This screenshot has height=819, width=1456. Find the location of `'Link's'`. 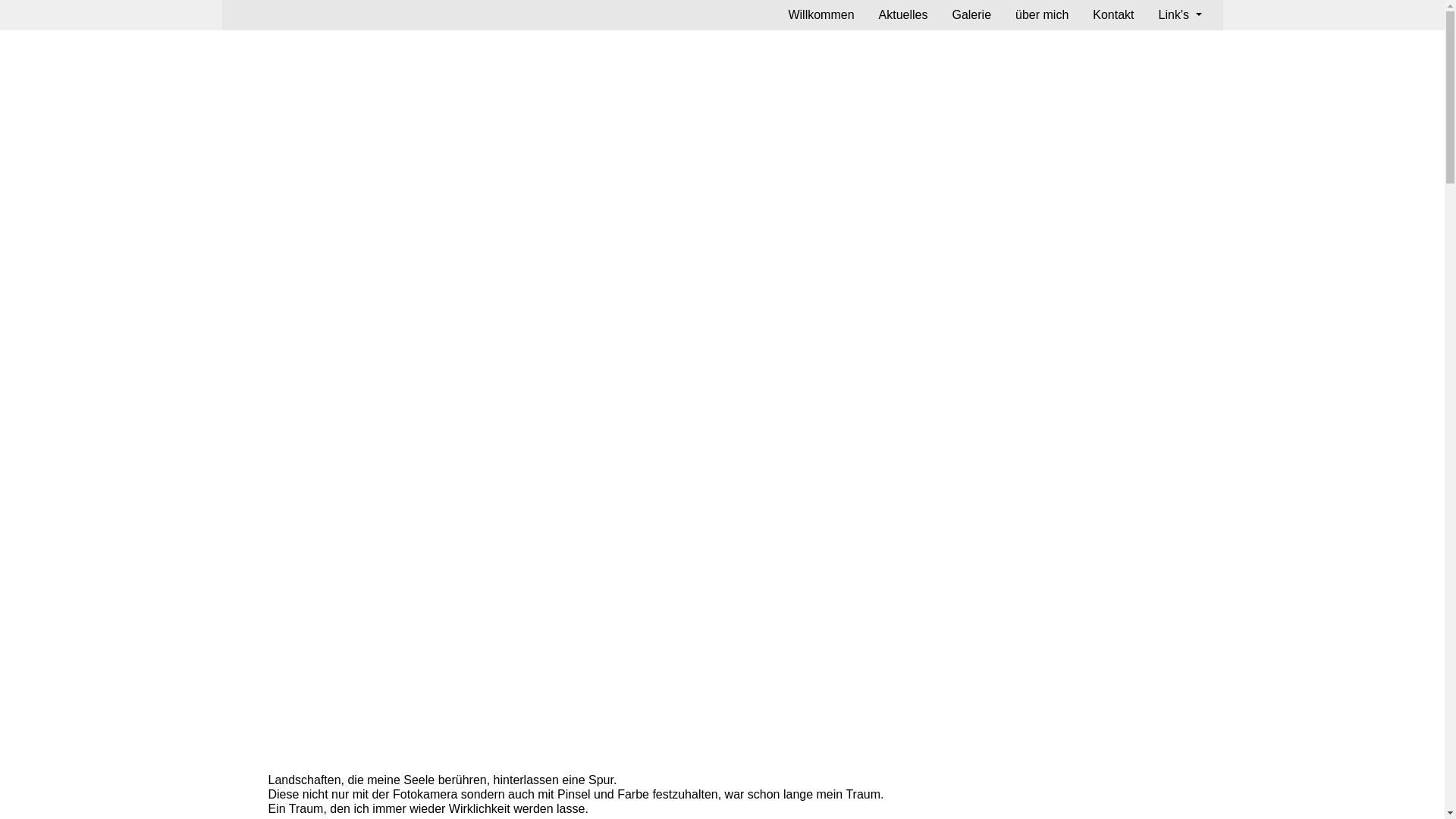

'Link's' is located at coordinates (1179, 14).